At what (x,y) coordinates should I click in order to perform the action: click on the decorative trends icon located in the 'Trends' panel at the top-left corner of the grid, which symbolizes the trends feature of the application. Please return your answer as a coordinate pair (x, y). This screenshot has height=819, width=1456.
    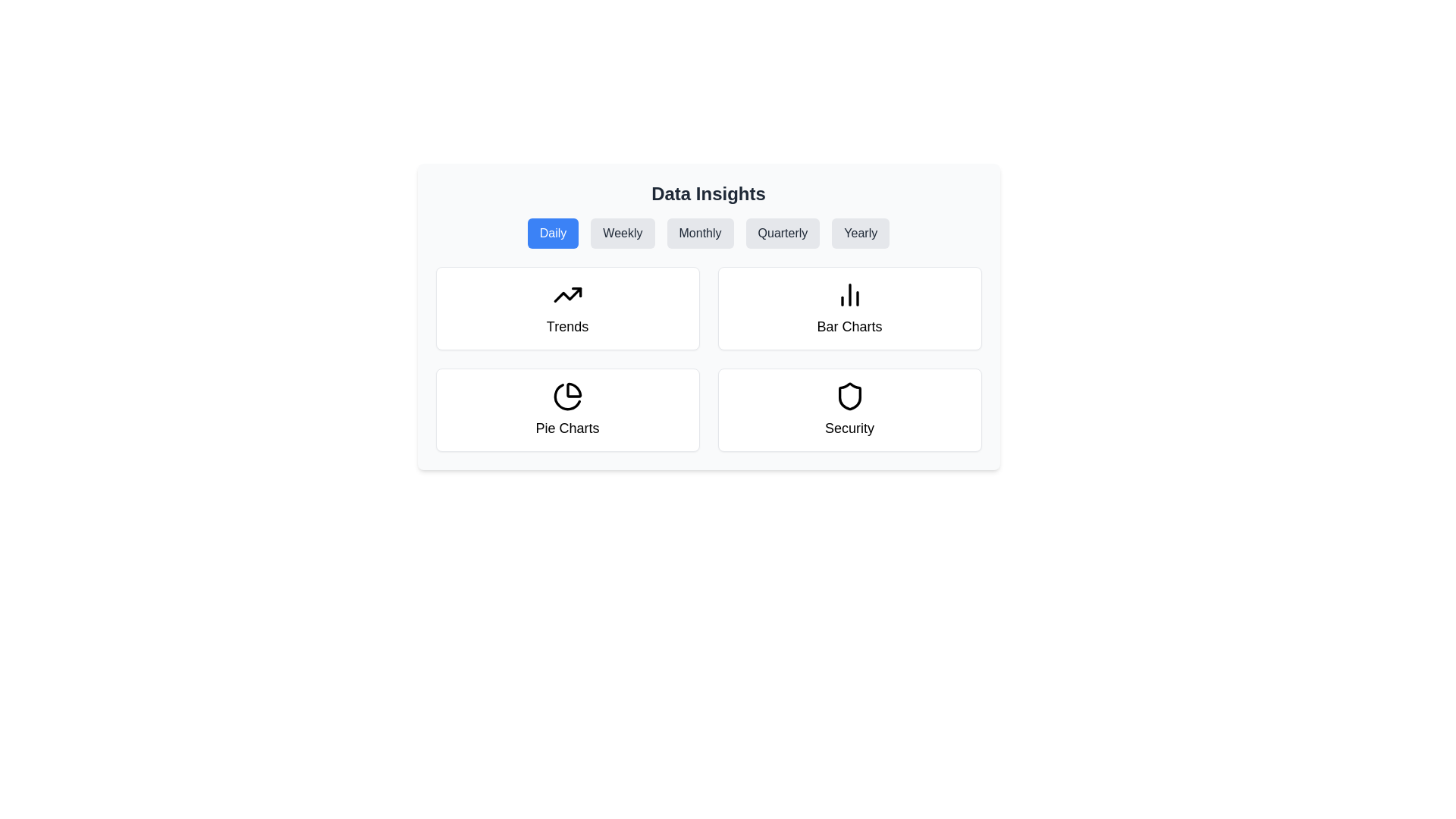
    Looking at the image, I should click on (566, 295).